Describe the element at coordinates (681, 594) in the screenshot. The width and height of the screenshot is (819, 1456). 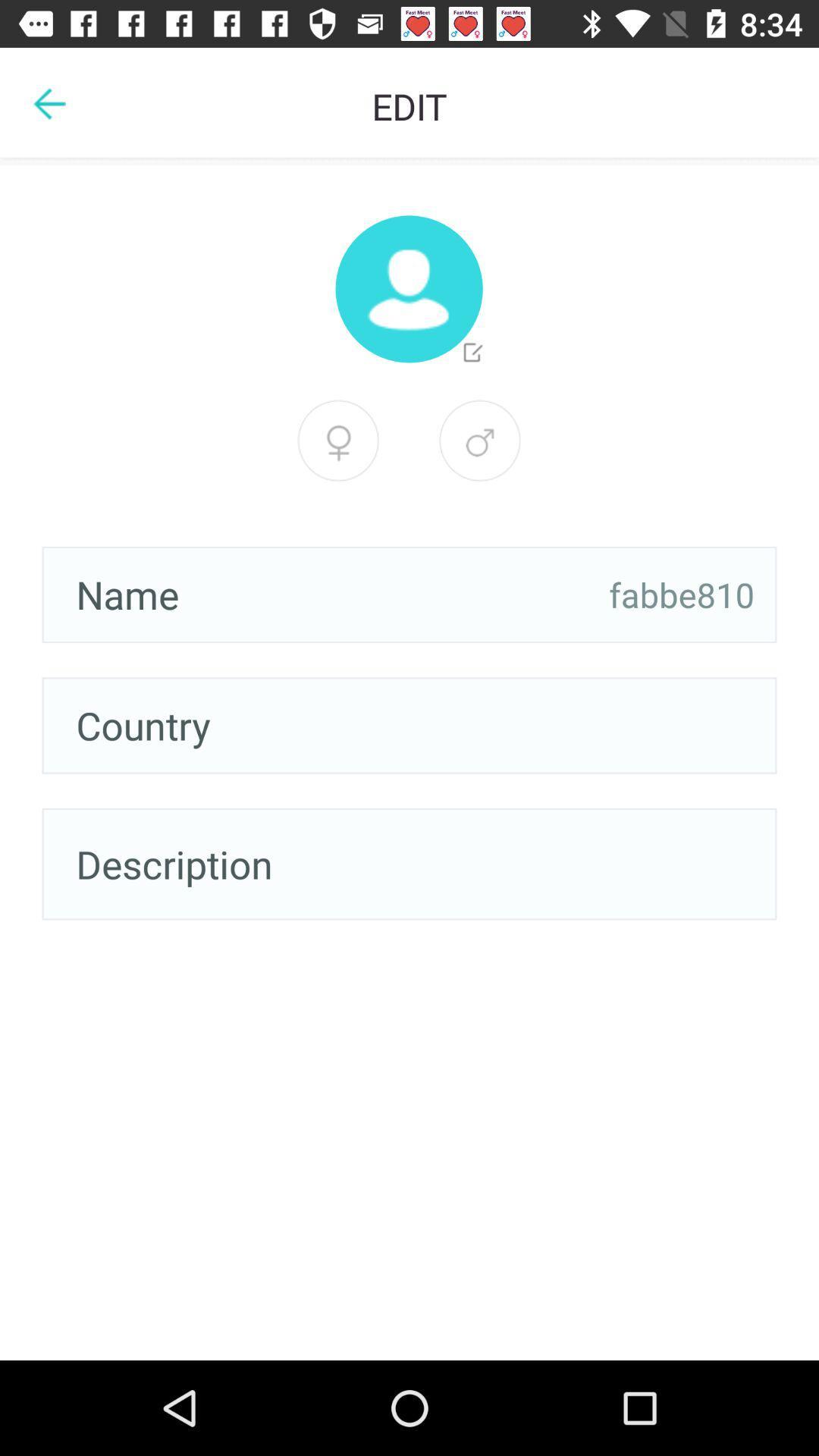
I see `icon to the right of name item` at that location.